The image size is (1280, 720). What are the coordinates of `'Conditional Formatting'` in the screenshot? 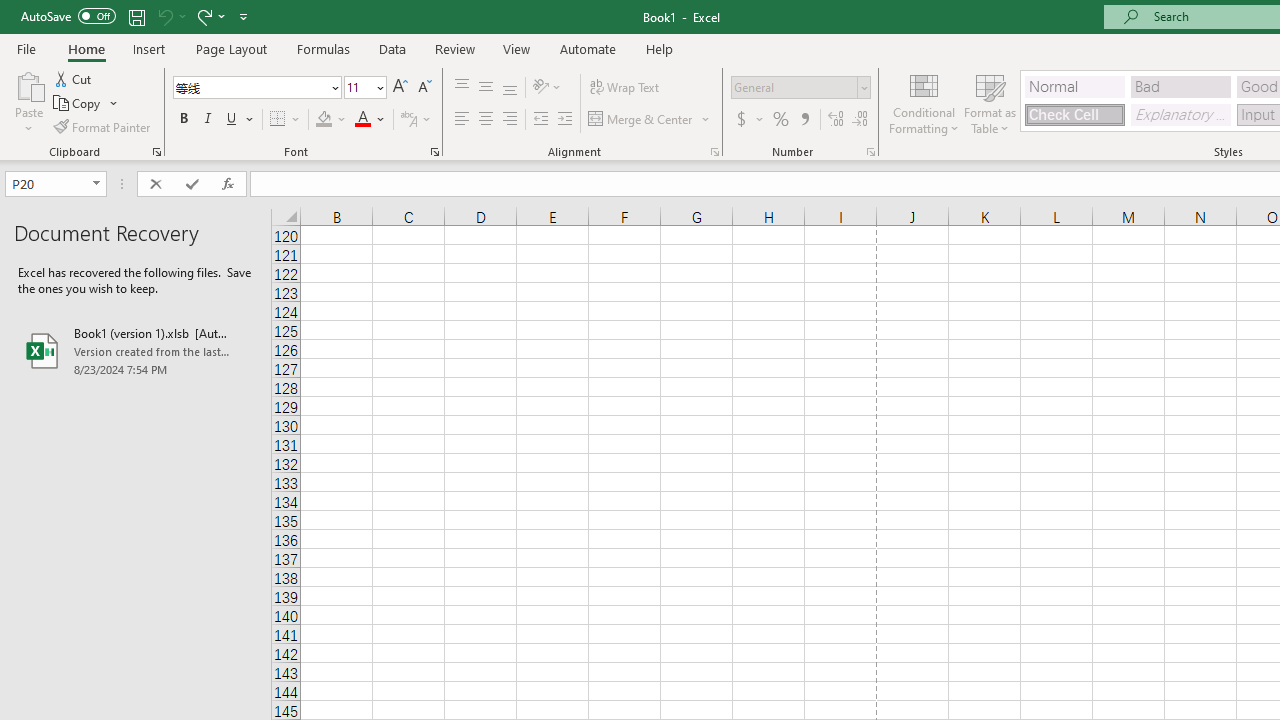 It's located at (923, 103).